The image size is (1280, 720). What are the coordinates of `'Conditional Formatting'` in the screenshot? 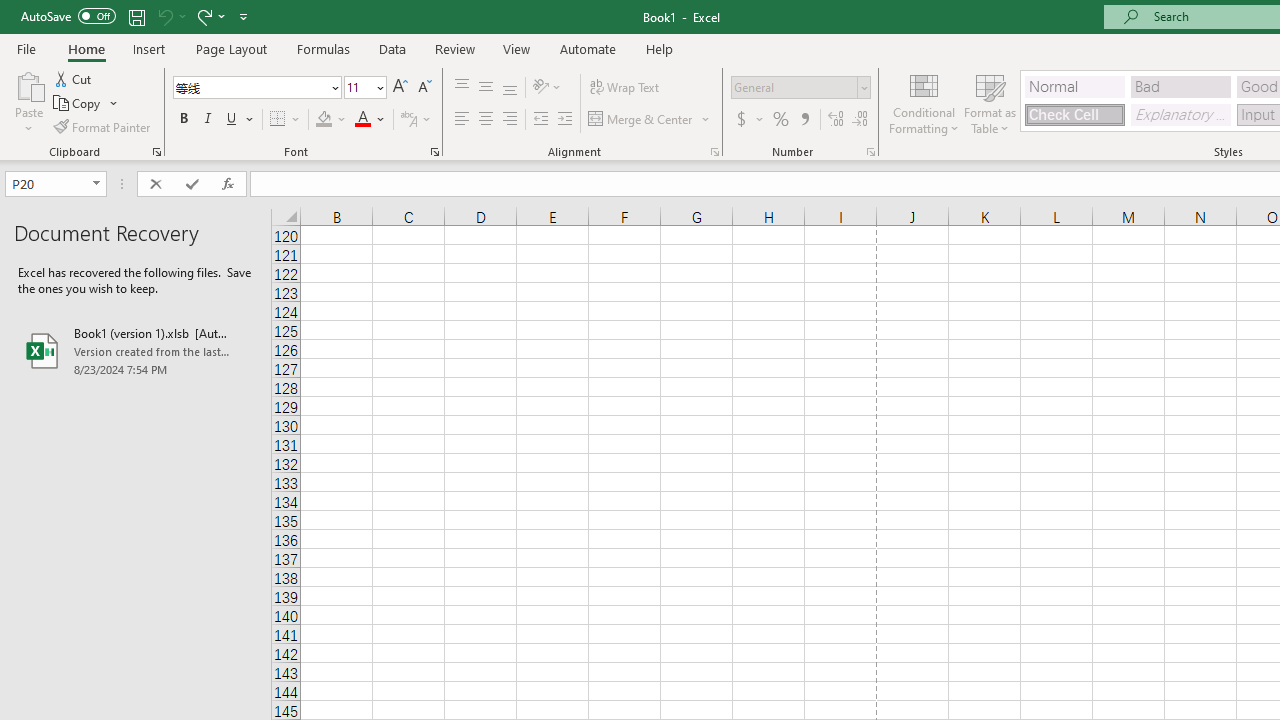 It's located at (923, 103).